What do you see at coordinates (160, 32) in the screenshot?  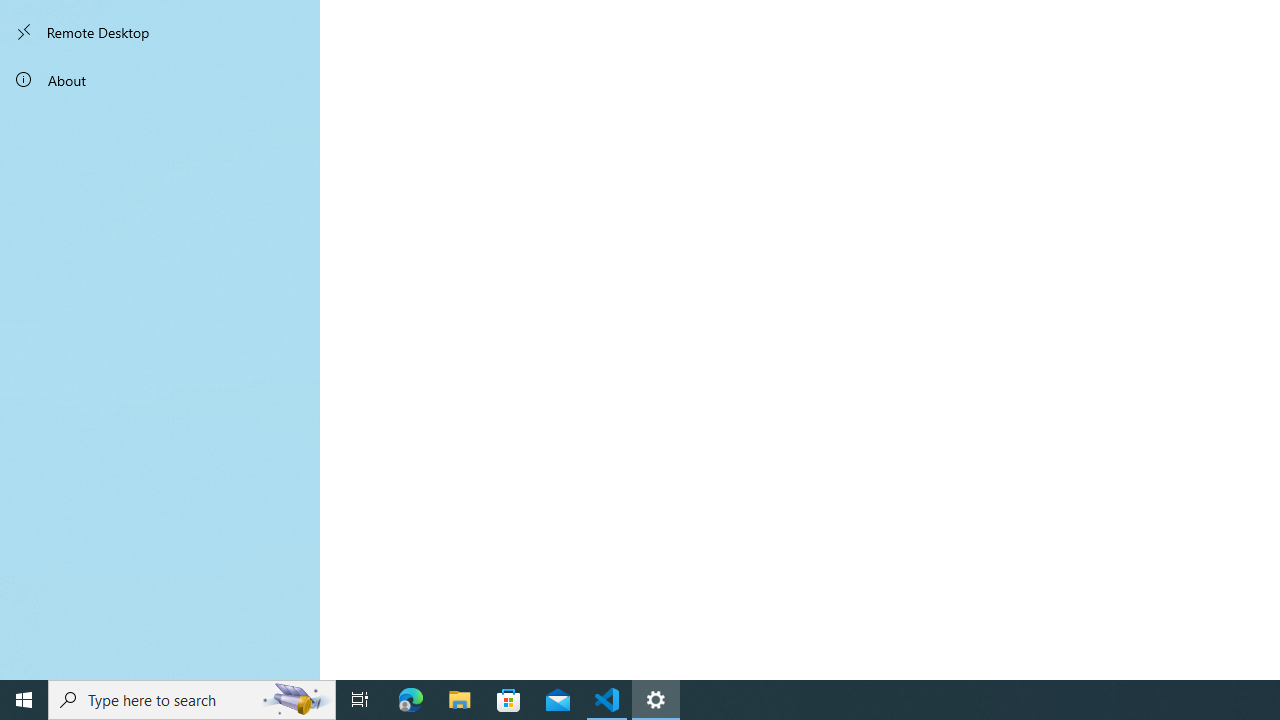 I see `'Remote Desktop'` at bounding box center [160, 32].